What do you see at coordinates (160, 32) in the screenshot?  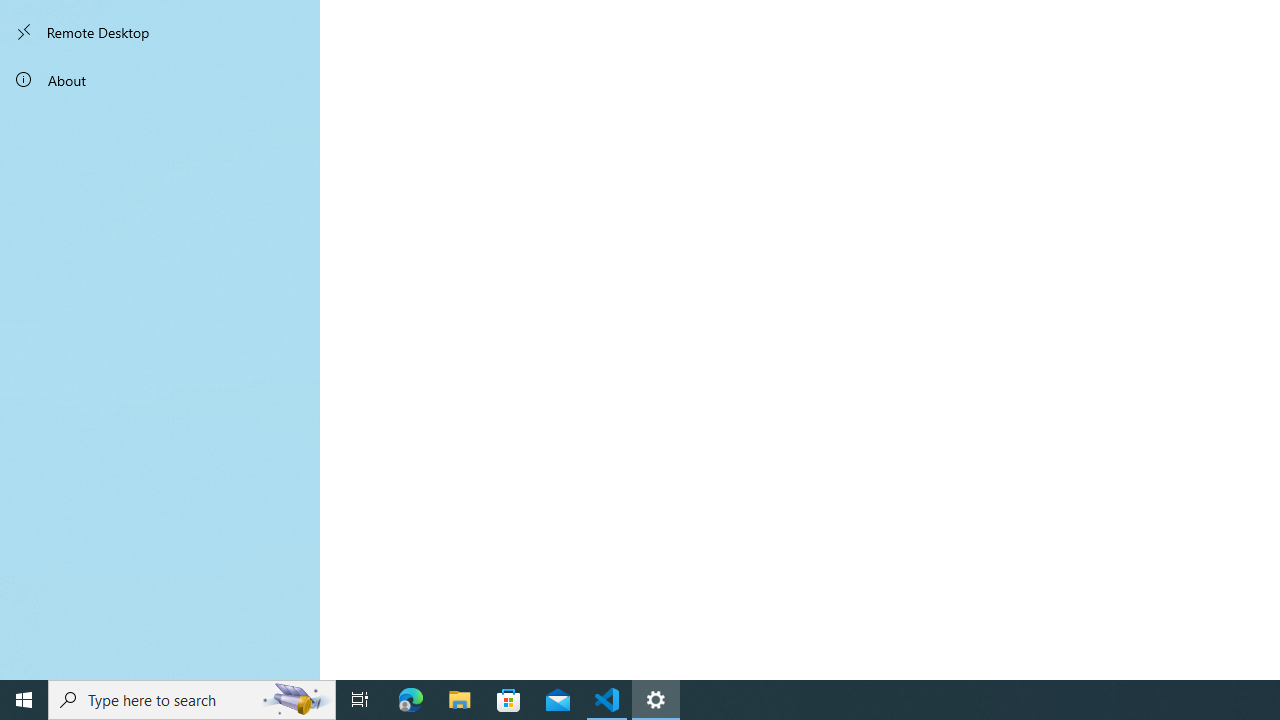 I see `'Remote Desktop'` at bounding box center [160, 32].